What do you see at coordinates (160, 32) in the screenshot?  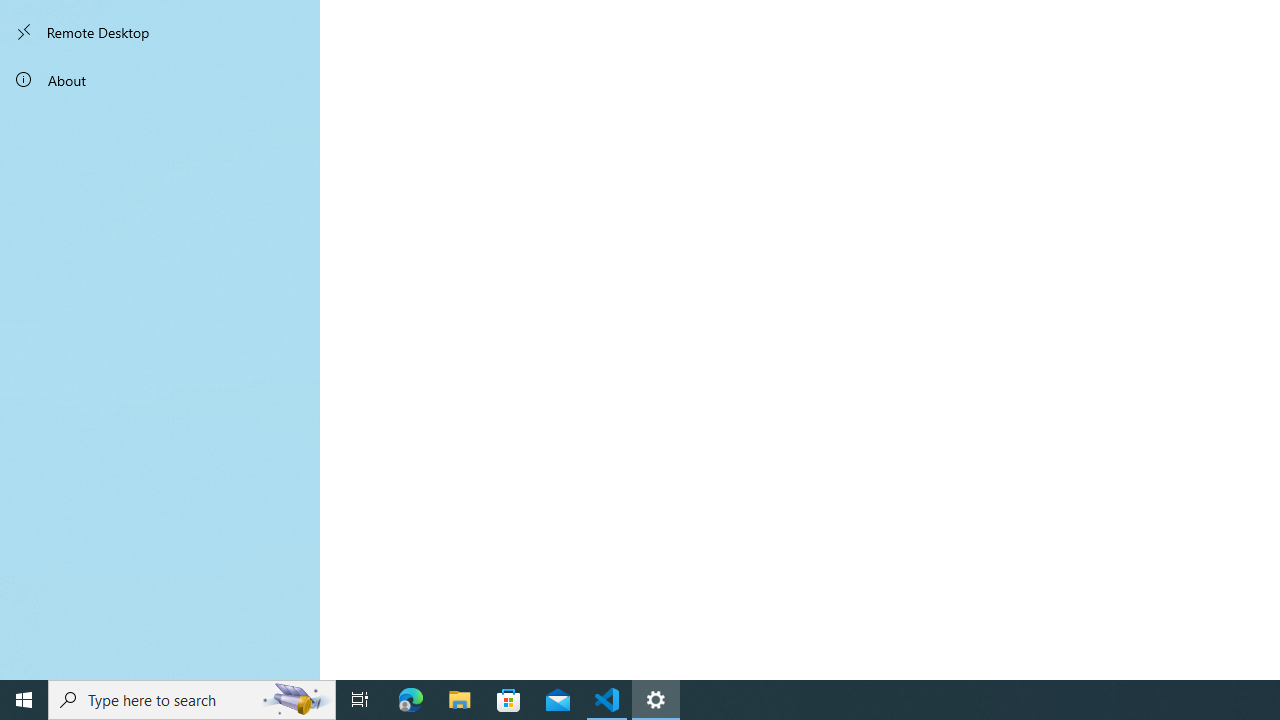 I see `'Remote Desktop'` at bounding box center [160, 32].